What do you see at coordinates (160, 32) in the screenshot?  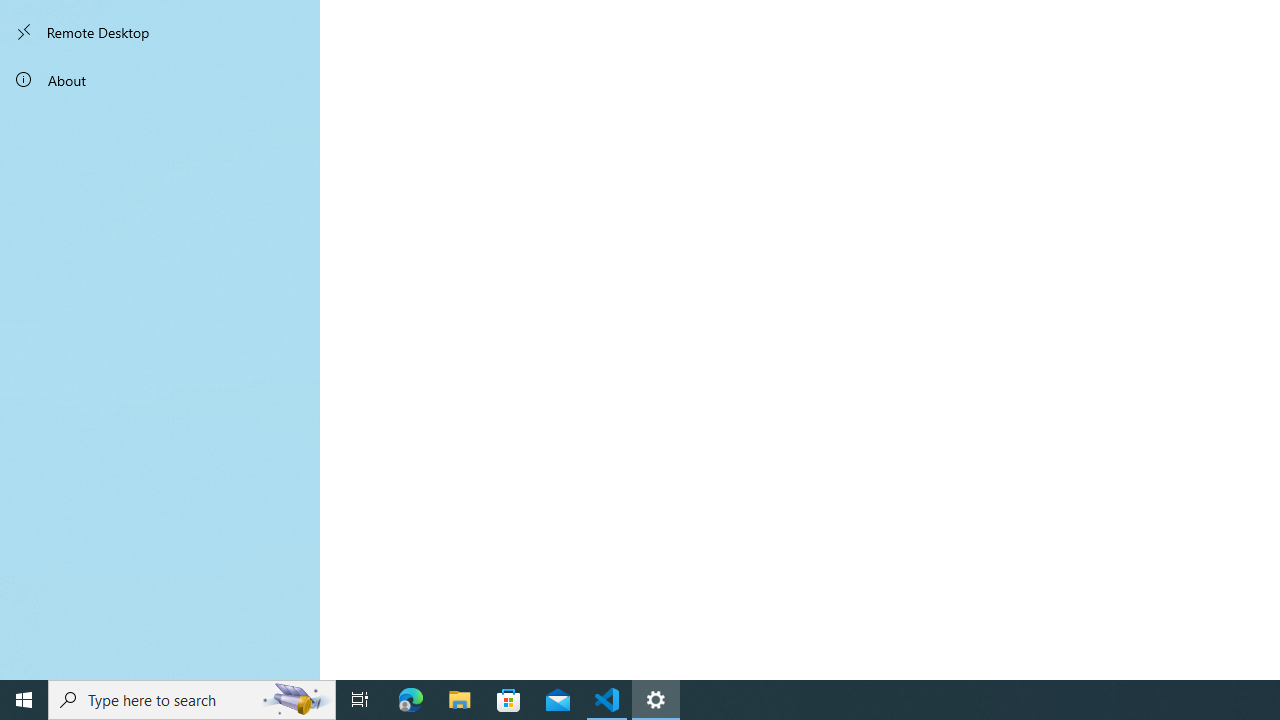 I see `'Remote Desktop'` at bounding box center [160, 32].